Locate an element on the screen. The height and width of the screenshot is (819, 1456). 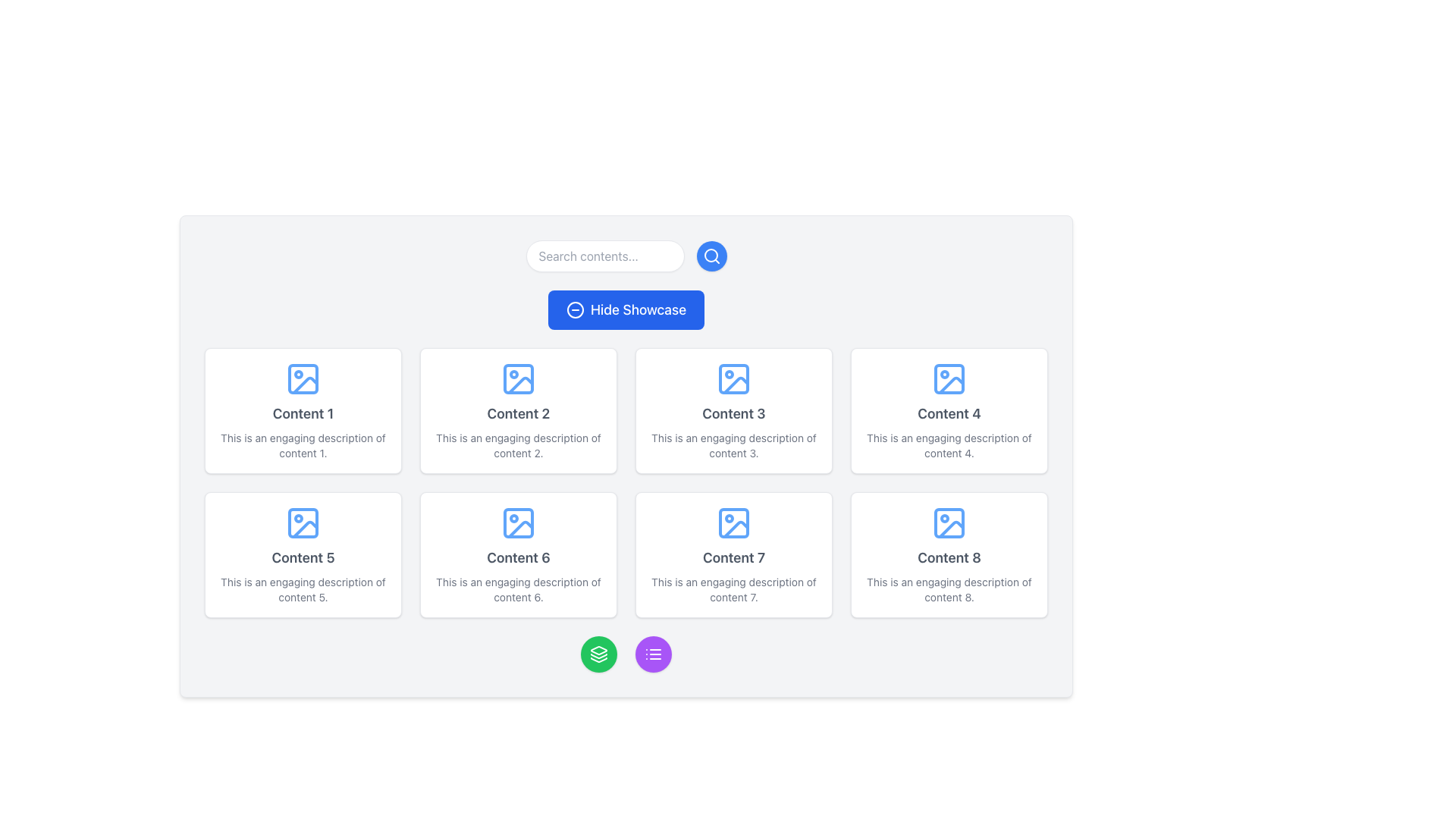
the static text label displaying 'This is an engaging description of content 7.' located at the bottom of the card labeled 'Content 7' is located at coordinates (734, 589).